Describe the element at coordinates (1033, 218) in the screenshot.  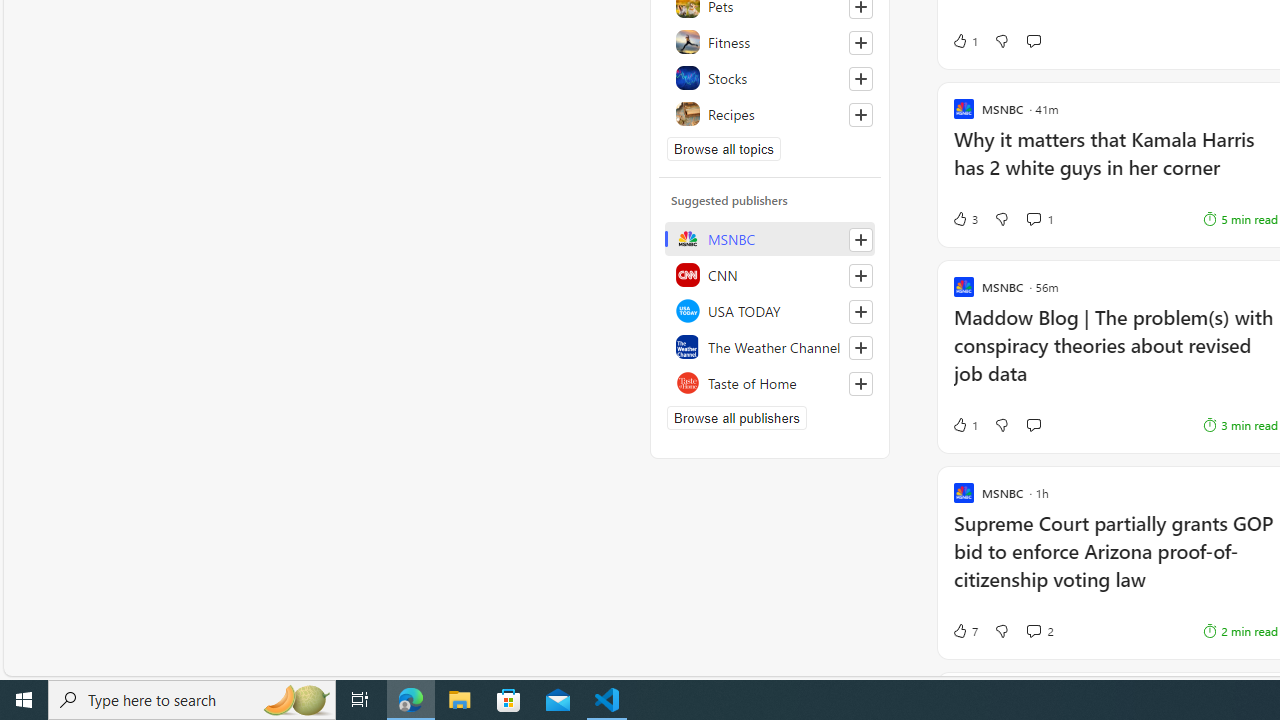
I see `'View comments 1 Comment'` at that location.